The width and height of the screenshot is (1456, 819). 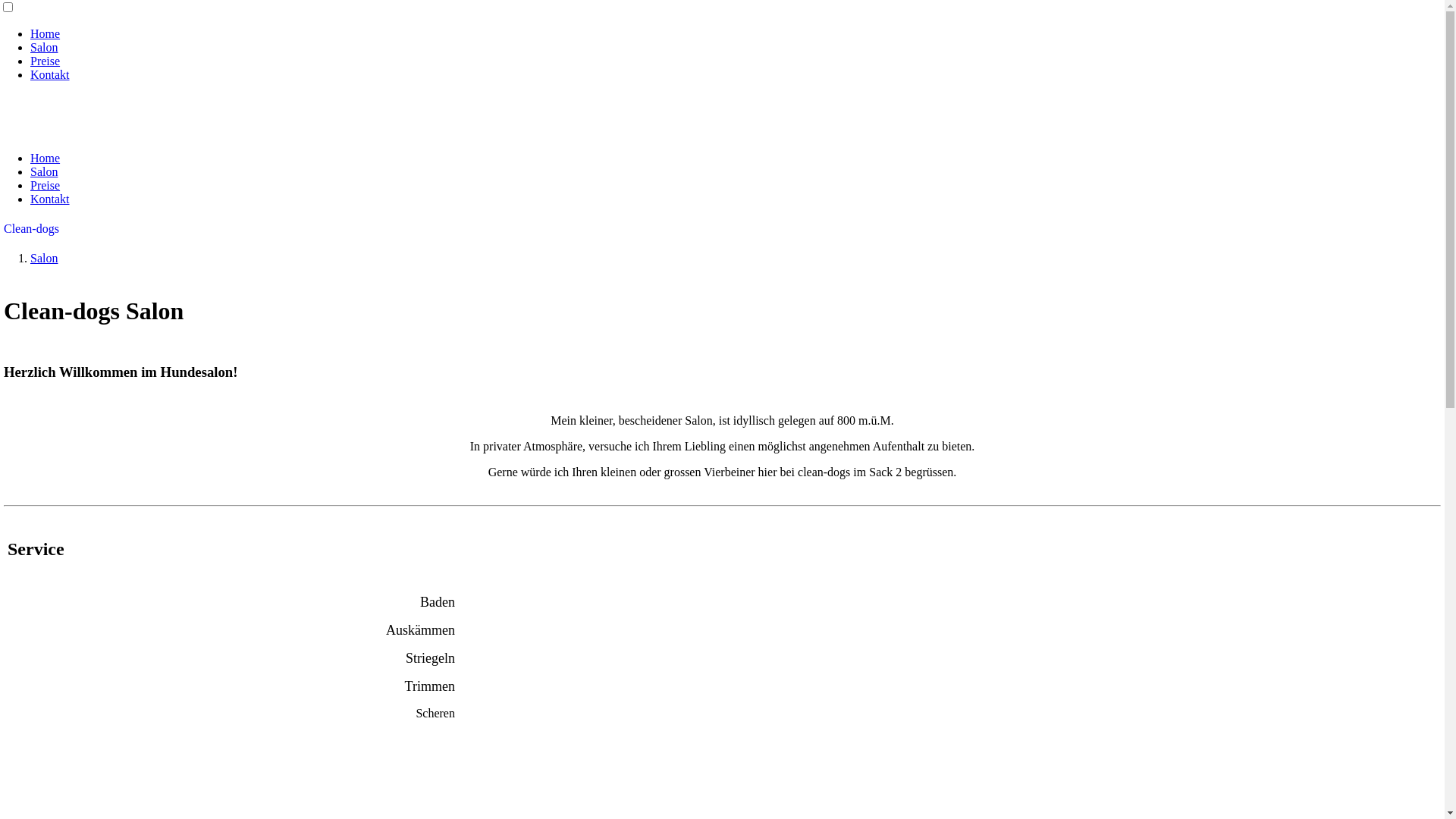 I want to click on 'Kontakt', so click(x=50, y=198).